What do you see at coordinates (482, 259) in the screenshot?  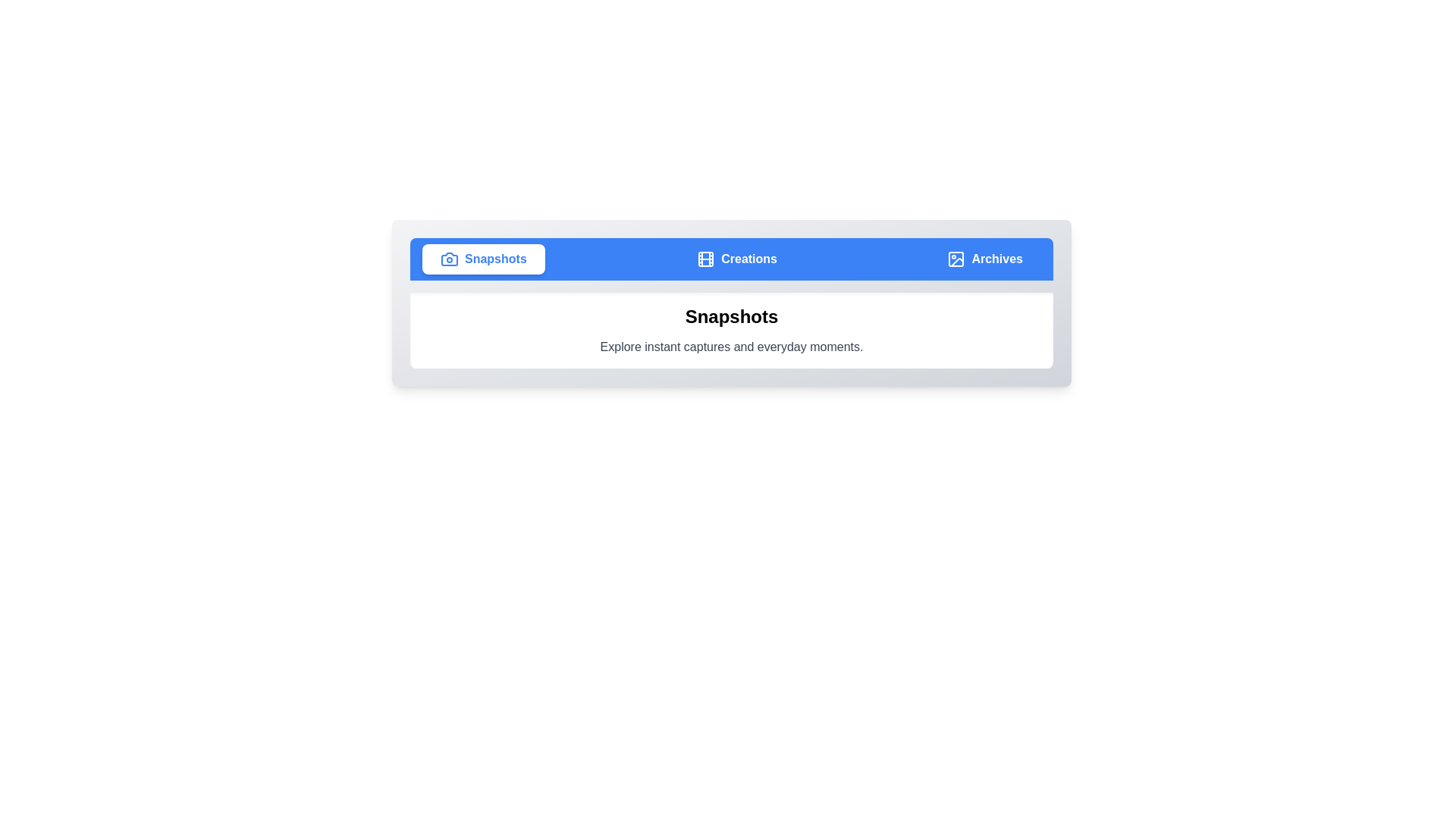 I see `the tab with the label Snapshots` at bounding box center [482, 259].